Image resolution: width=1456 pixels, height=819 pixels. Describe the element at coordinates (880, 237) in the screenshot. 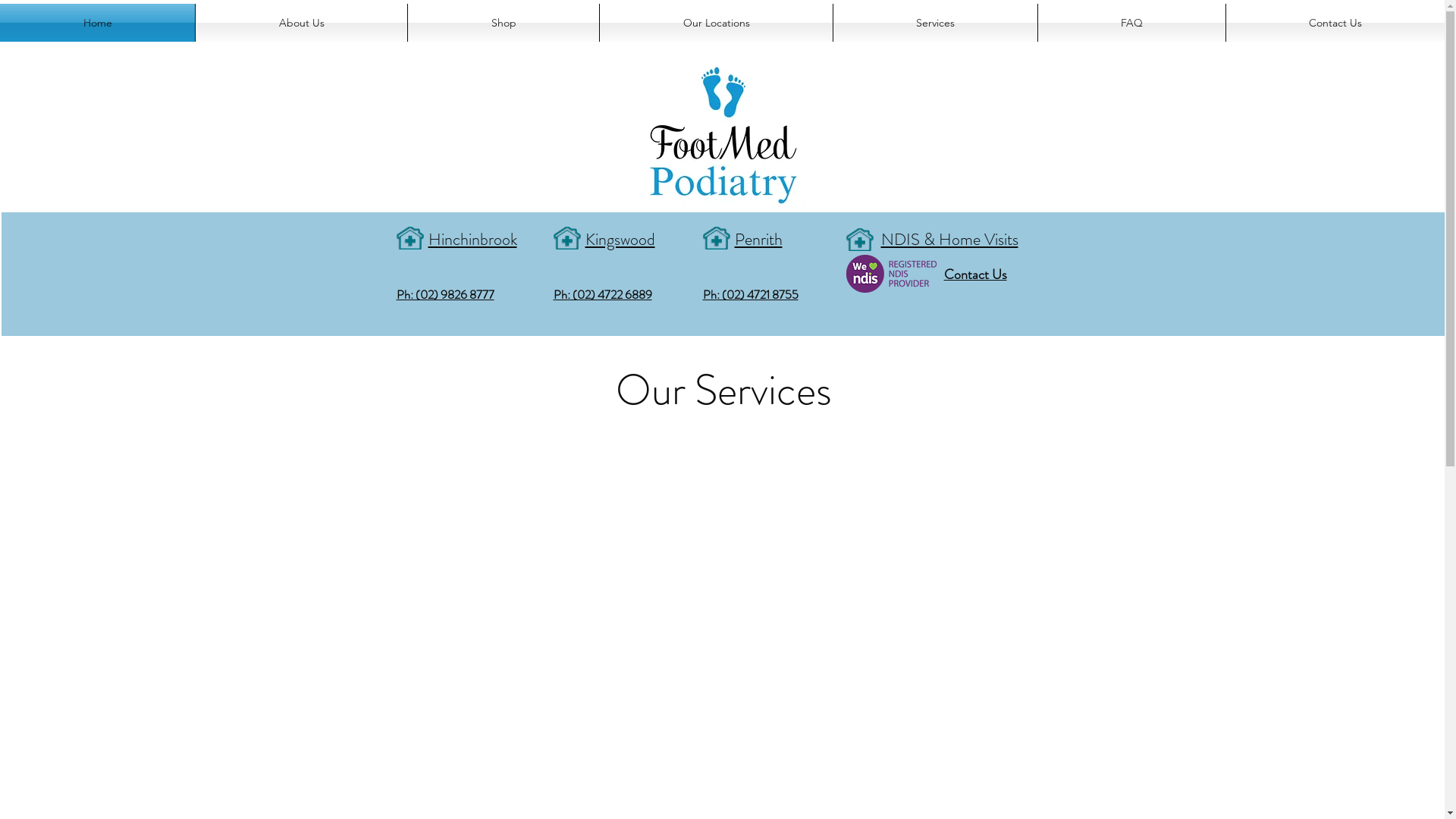

I see `'NDIS & Home Visits'` at that location.